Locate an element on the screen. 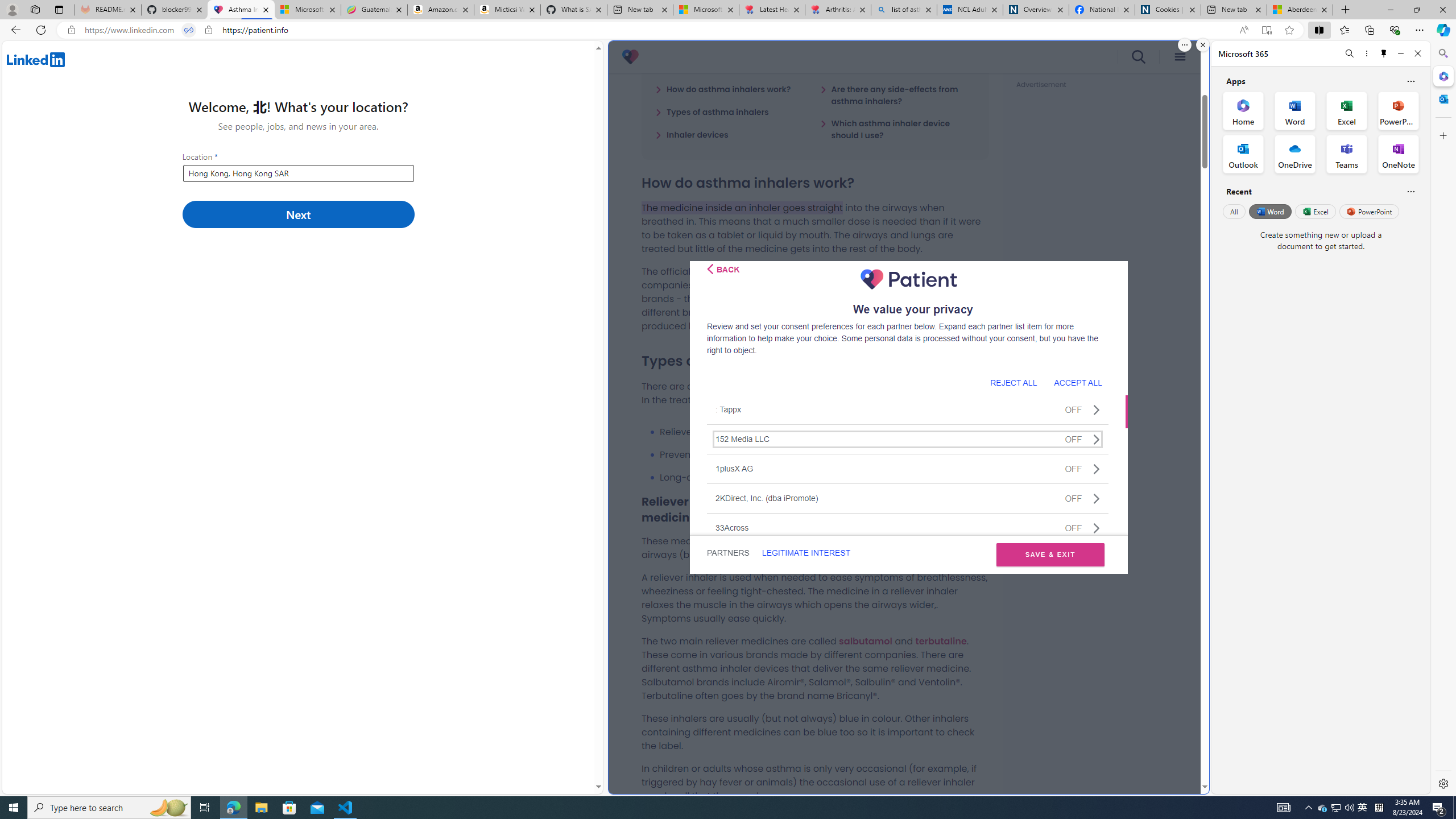 This screenshot has width=1456, height=819. 'View site information' is located at coordinates (208, 30).